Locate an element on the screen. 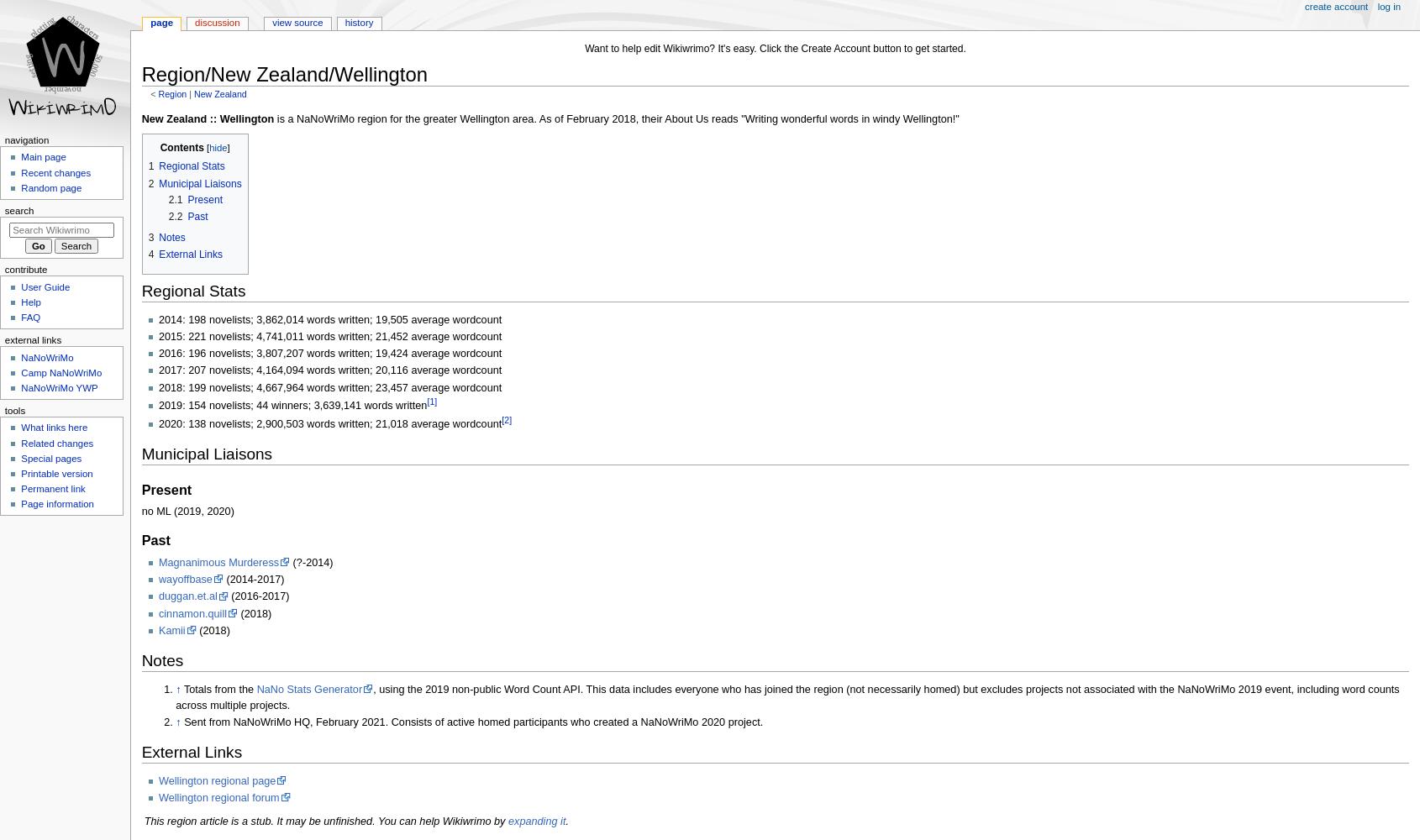 This screenshot has height=840, width=1420. '2018: 199 novelists; 4,667,964 words written; 23,457 average wordcount' is located at coordinates (329, 386).